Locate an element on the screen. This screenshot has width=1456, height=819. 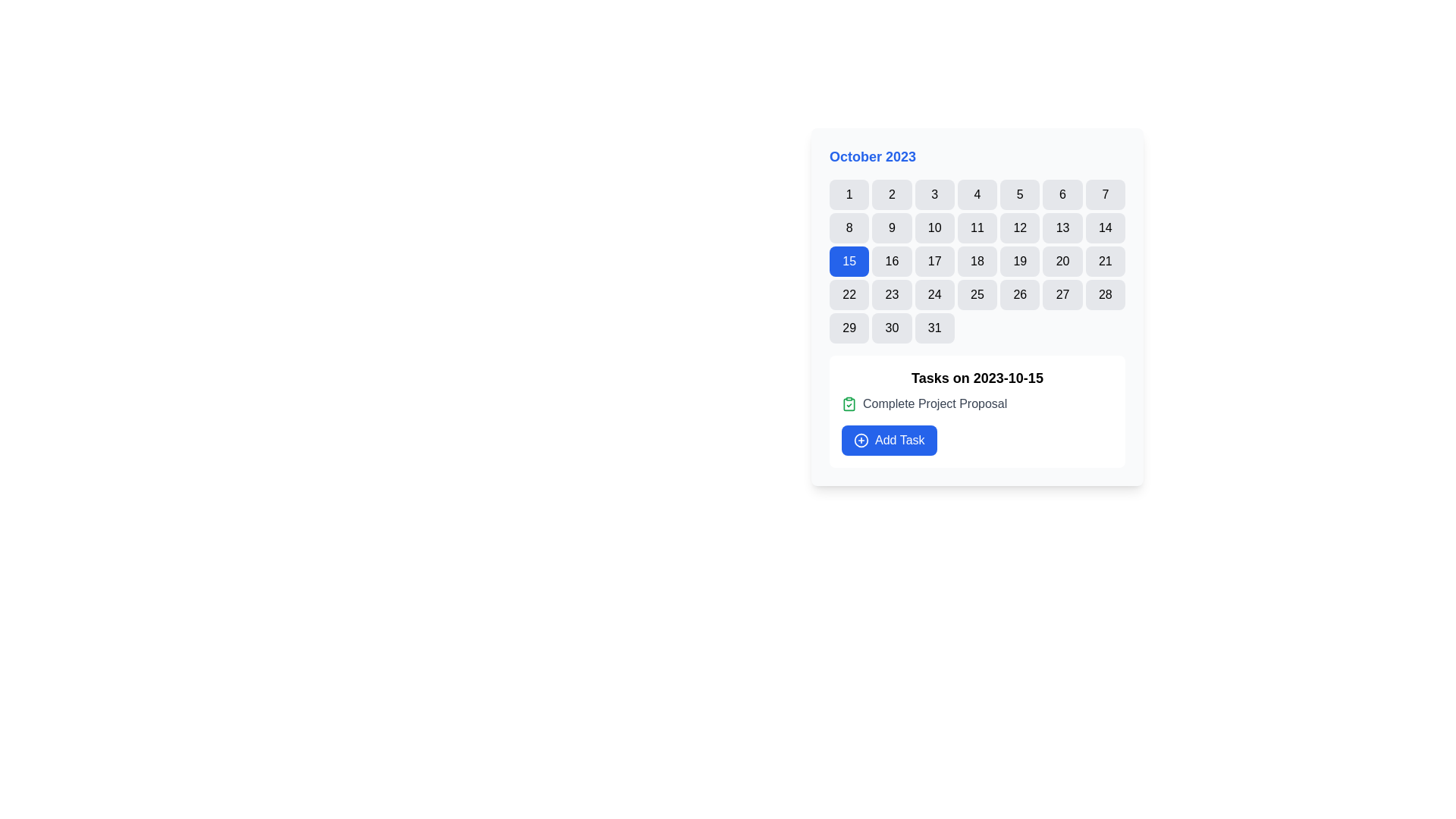
the label element reading 'Complete Project Proposal' with a clipboard icon is located at coordinates (977, 403).